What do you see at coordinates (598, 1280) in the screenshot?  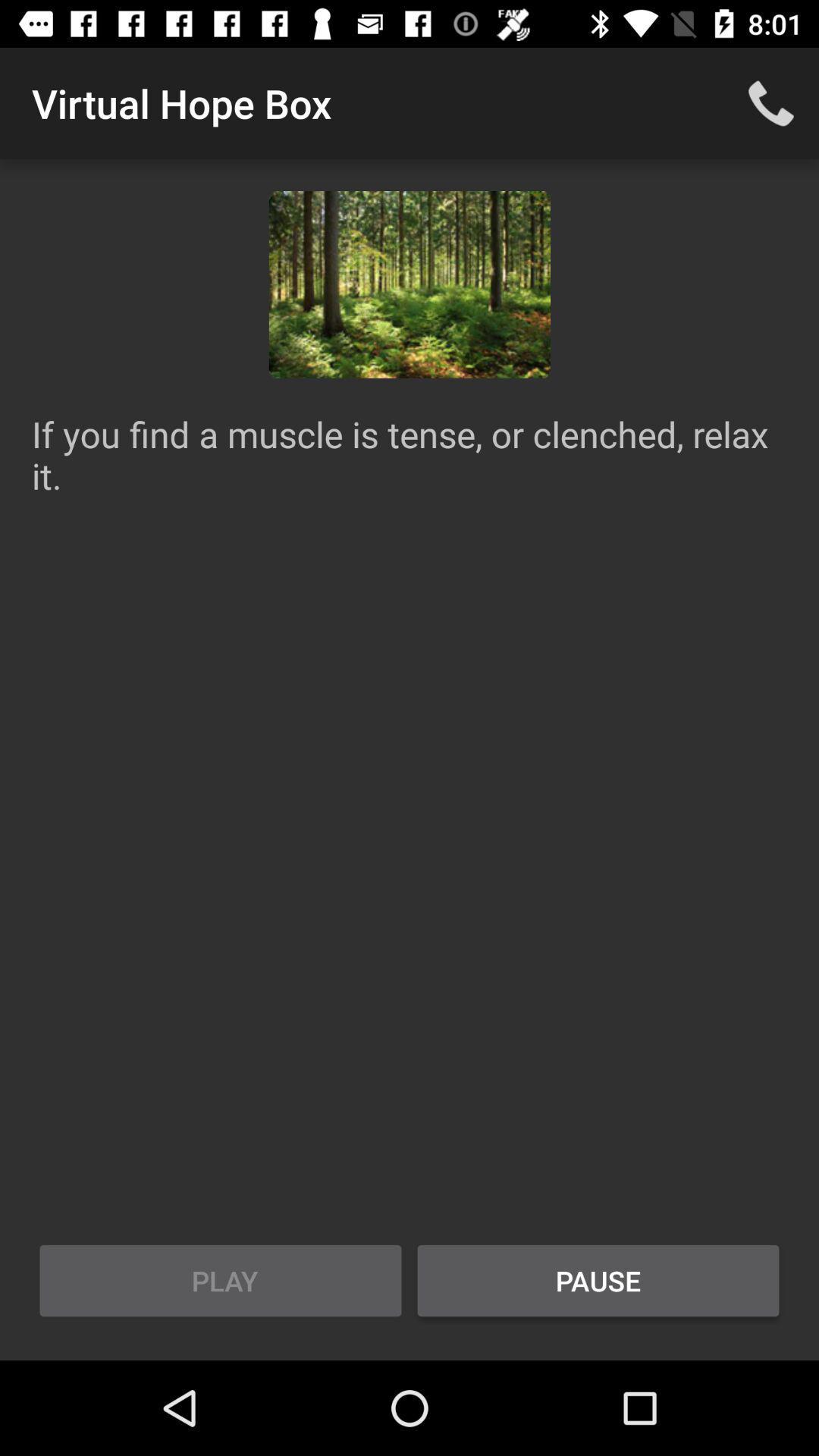 I see `pause item` at bounding box center [598, 1280].